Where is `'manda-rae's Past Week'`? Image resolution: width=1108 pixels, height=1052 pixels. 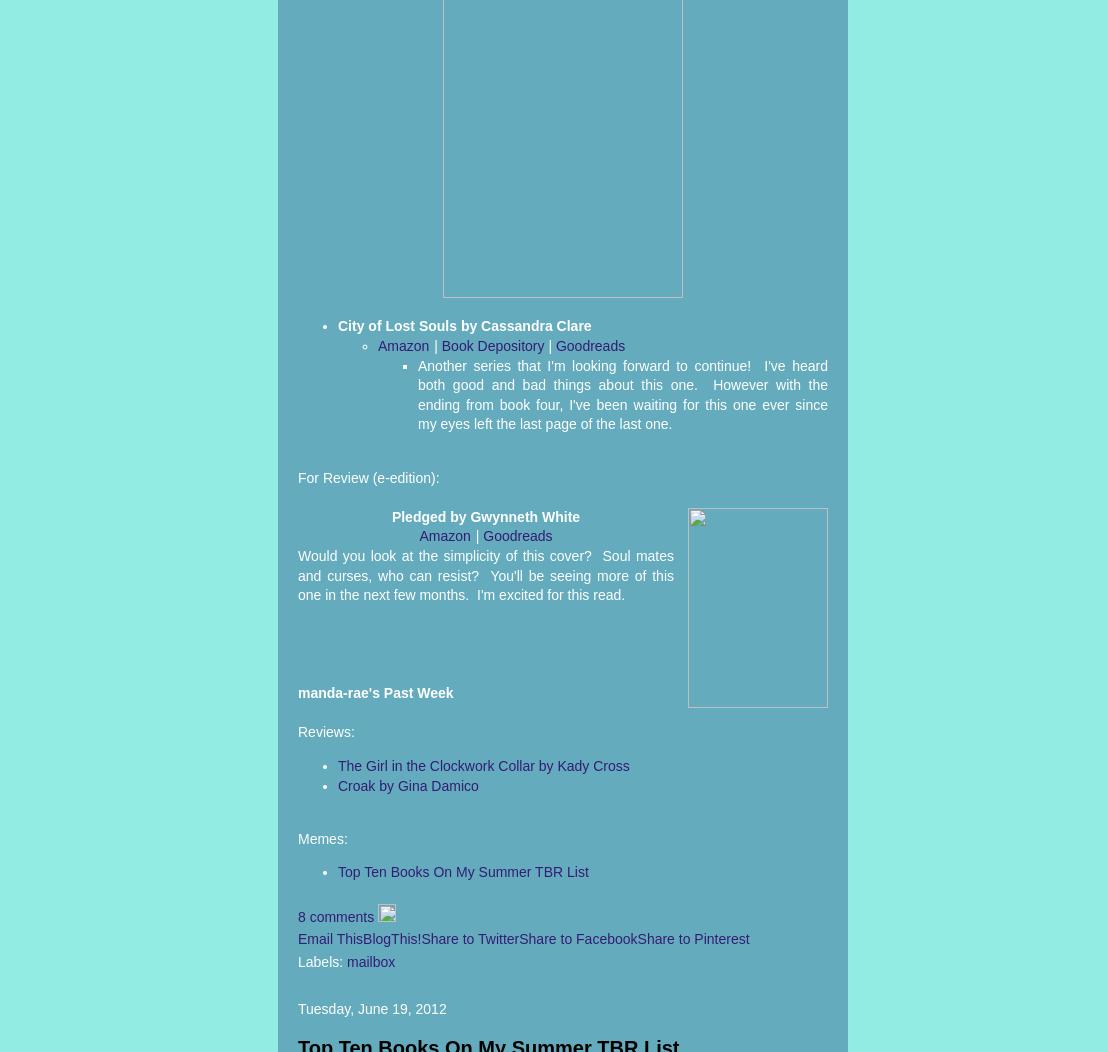
'manda-rae's Past Week' is located at coordinates (375, 691).